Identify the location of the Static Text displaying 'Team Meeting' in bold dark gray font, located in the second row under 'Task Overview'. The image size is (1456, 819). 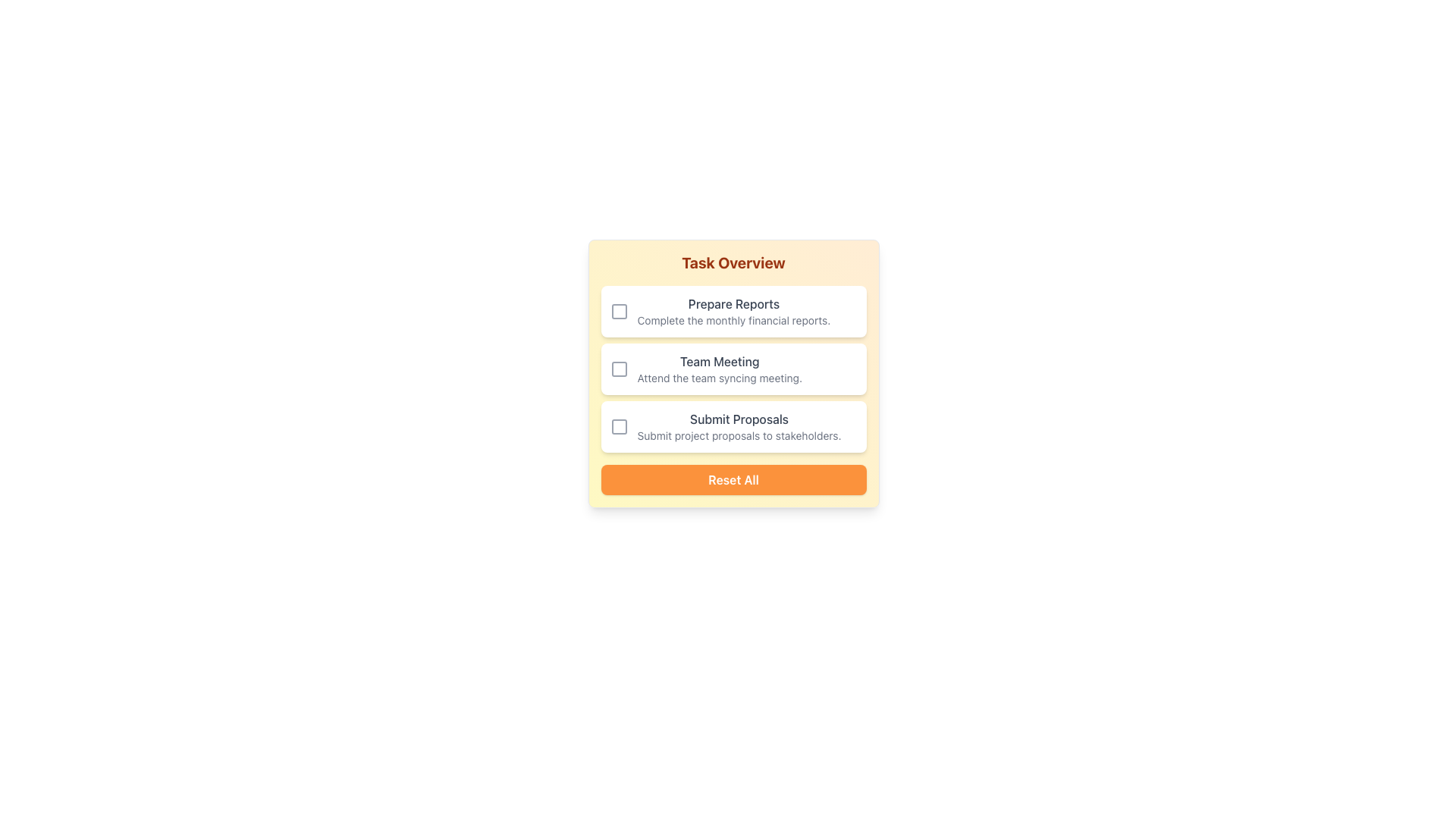
(719, 362).